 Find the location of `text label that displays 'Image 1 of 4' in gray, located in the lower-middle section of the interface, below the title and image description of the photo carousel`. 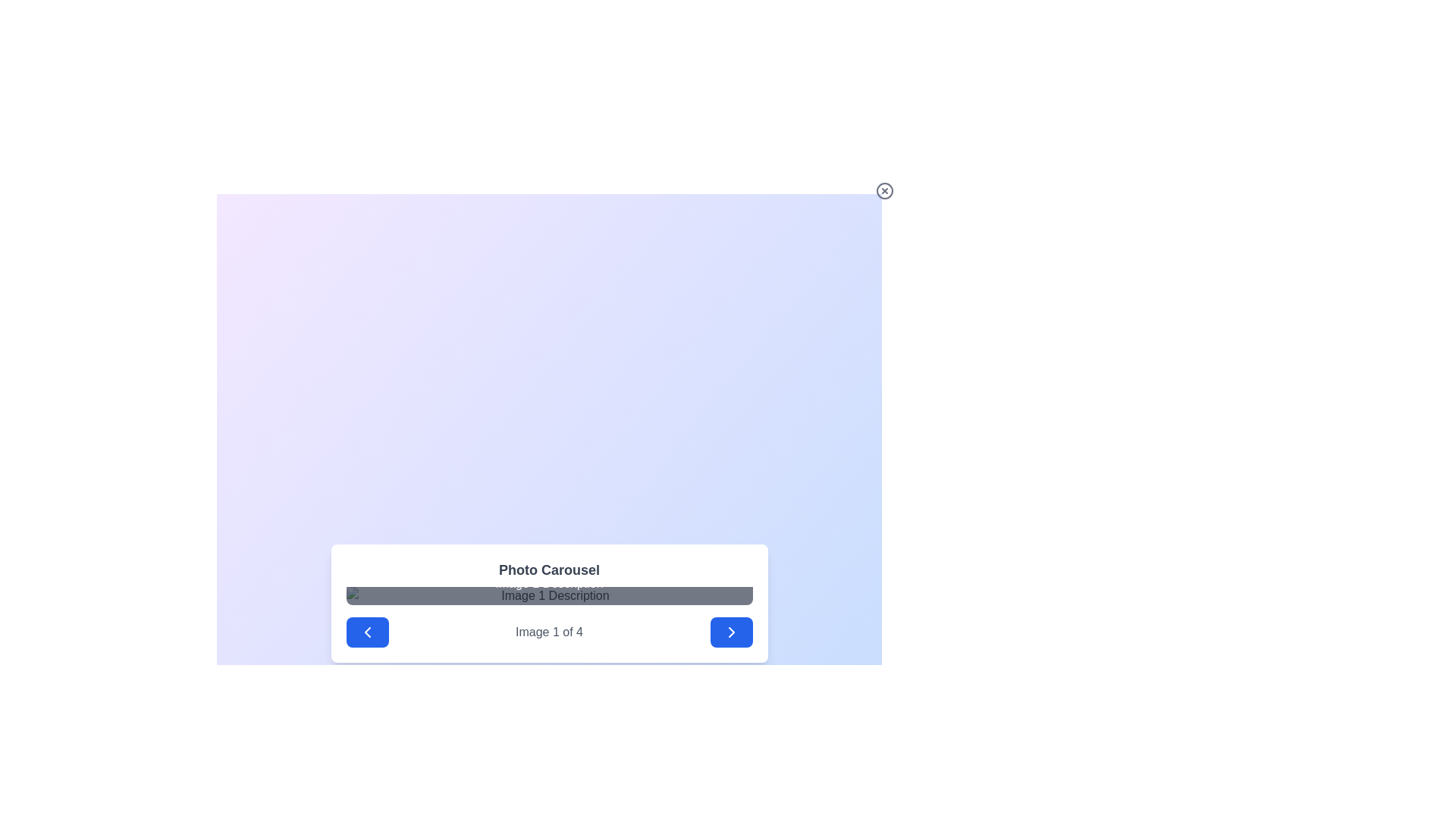

text label that displays 'Image 1 of 4' in gray, located in the lower-middle section of the interface, below the title and image description of the photo carousel is located at coordinates (548, 632).